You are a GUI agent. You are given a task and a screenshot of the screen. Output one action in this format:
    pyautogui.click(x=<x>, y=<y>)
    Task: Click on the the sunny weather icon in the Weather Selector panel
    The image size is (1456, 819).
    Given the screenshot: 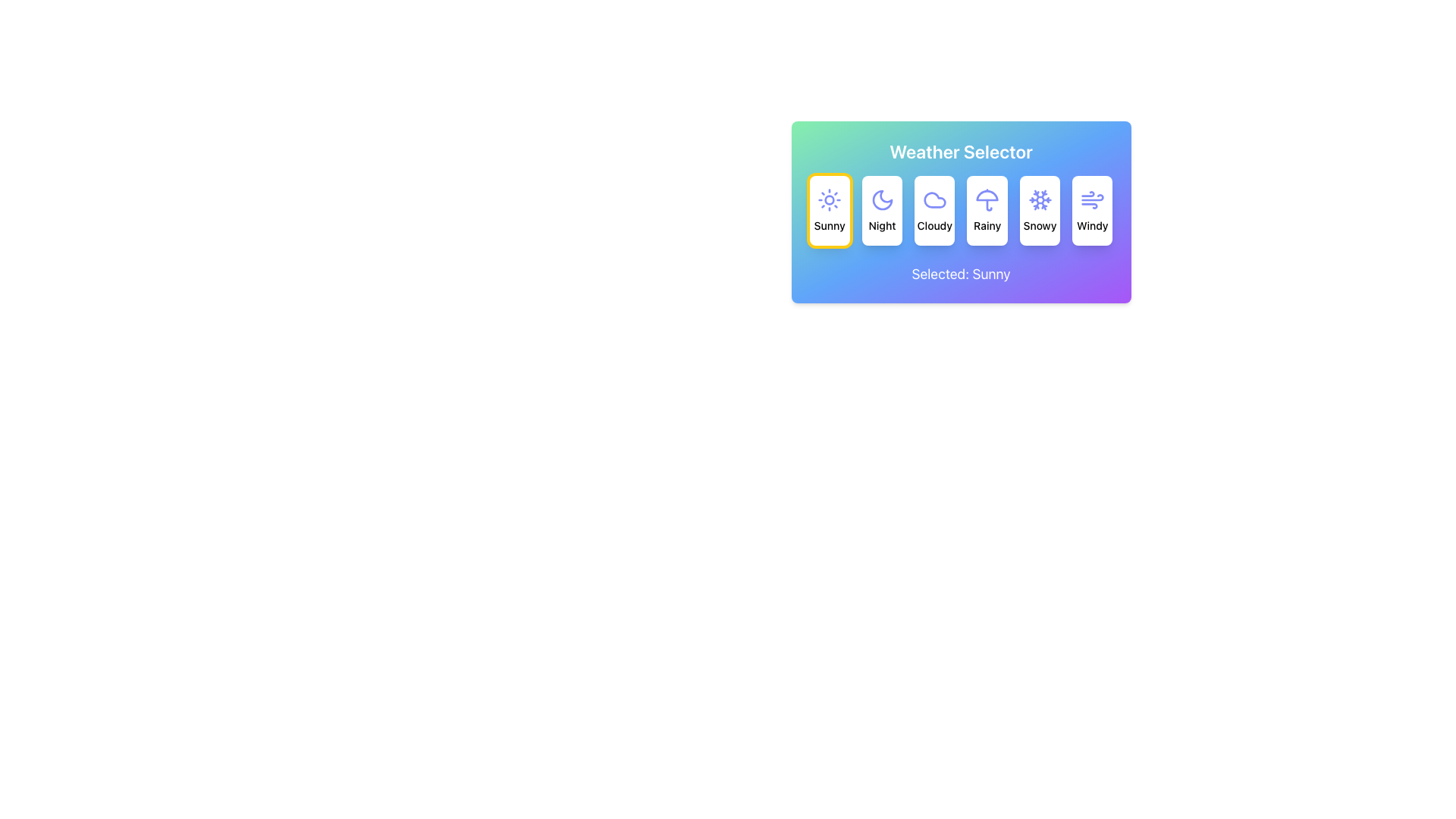 What is the action you would take?
    pyautogui.click(x=829, y=199)
    